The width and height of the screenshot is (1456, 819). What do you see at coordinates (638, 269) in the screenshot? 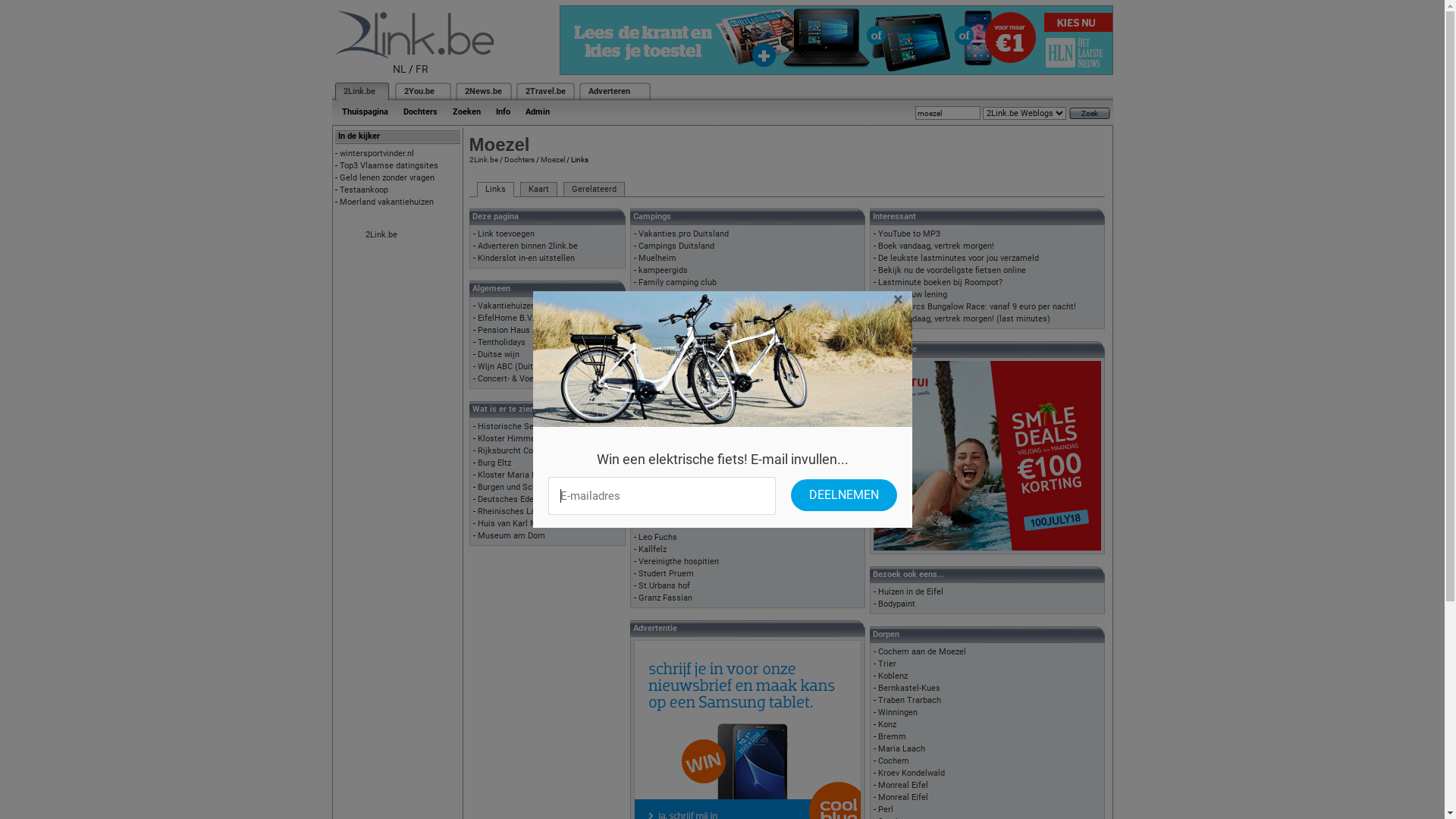
I see `'kampeergids'` at bounding box center [638, 269].